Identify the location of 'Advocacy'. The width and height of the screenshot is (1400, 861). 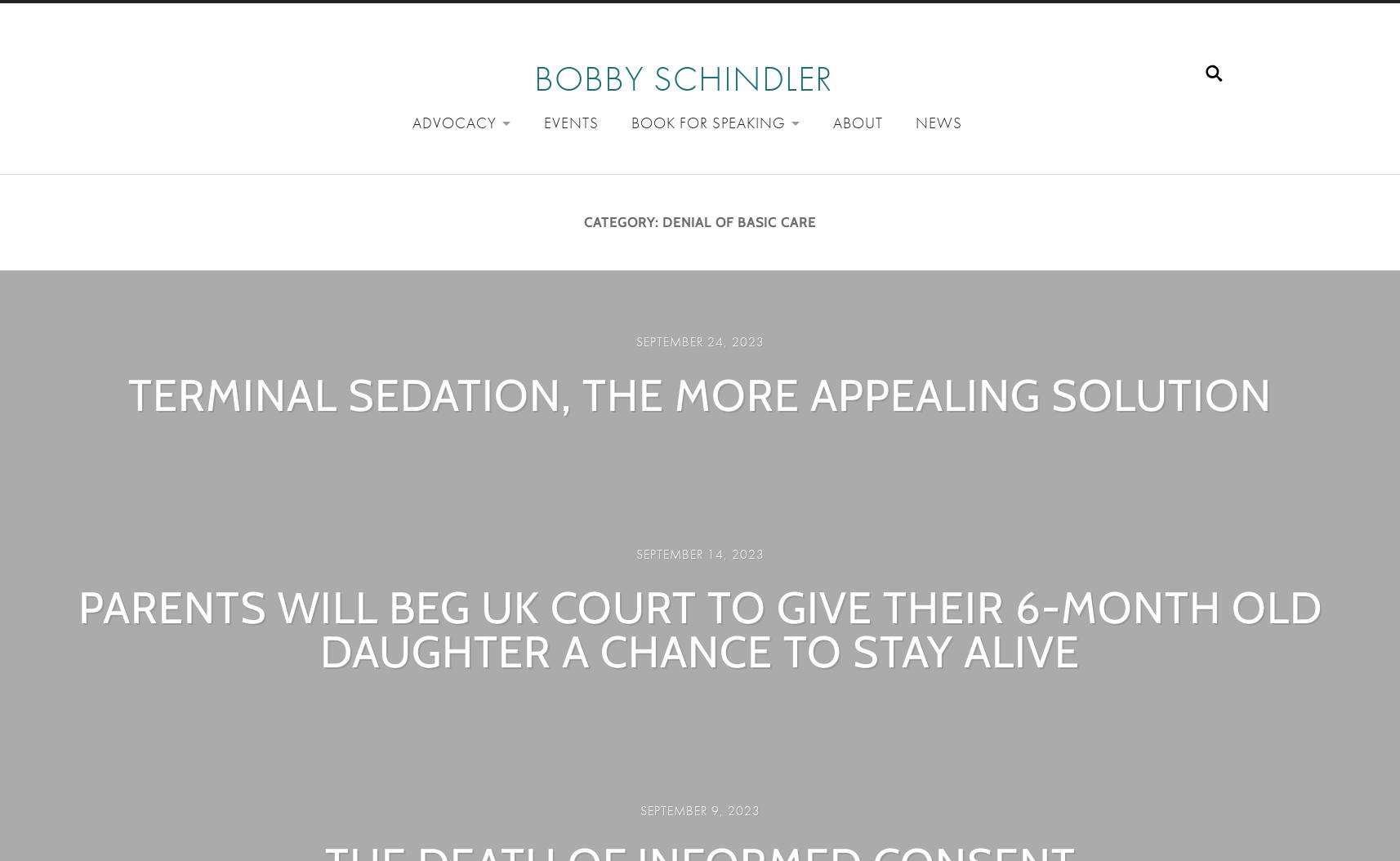
(453, 123).